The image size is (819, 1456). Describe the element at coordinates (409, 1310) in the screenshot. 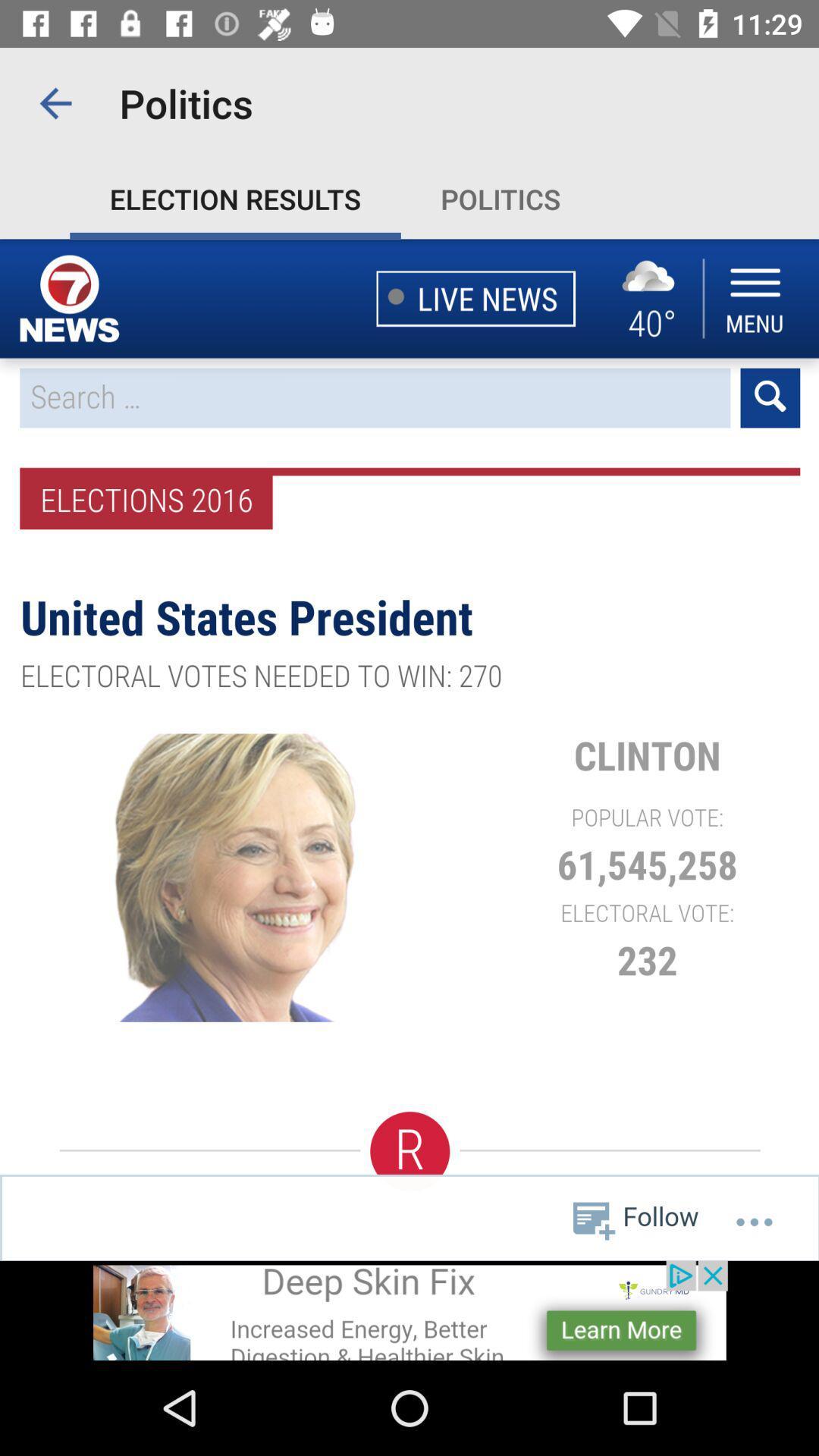

I see `advertisement` at that location.